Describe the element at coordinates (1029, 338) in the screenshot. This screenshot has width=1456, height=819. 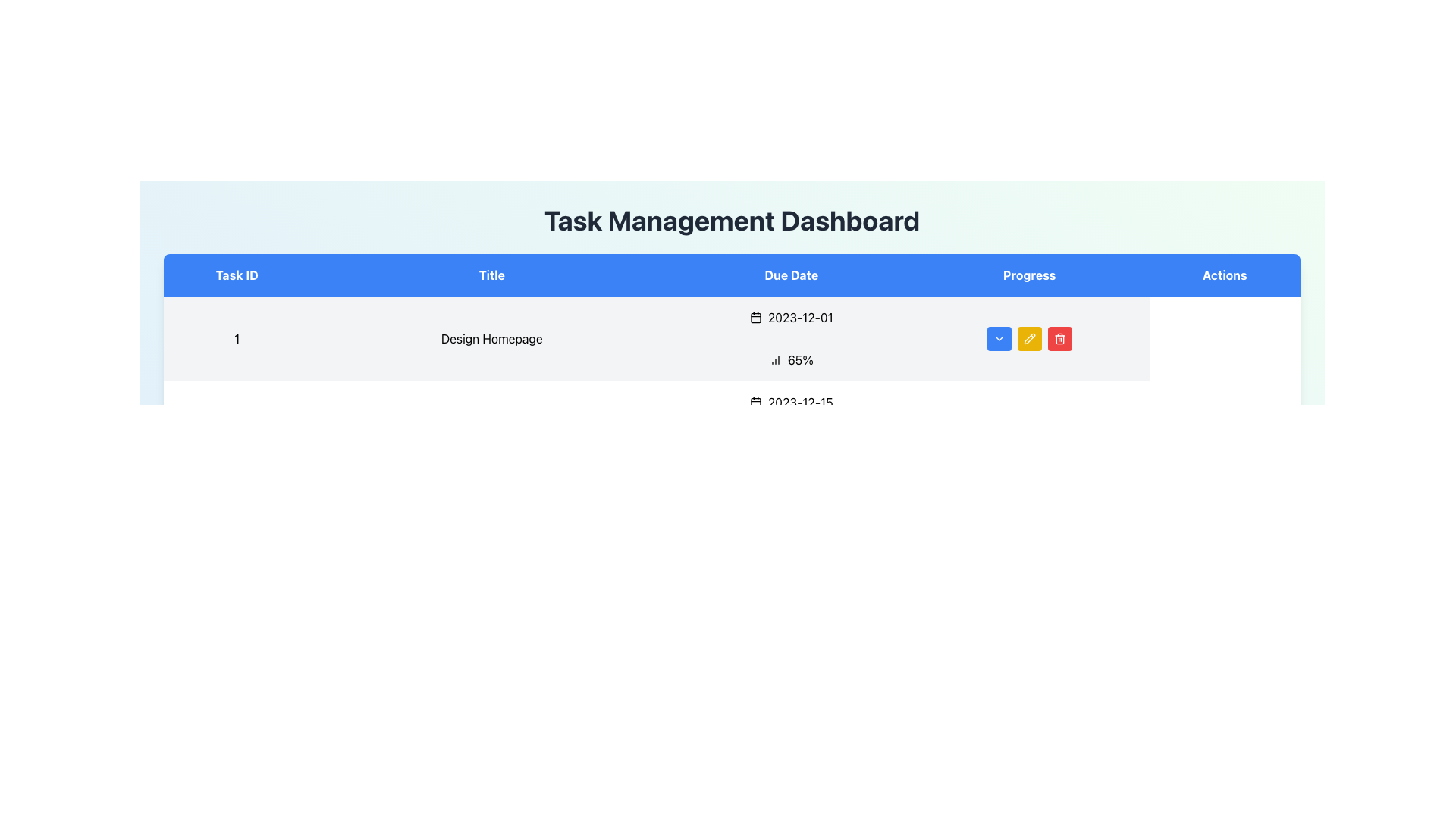
I see `the yellow pencil icon button in the 'Actions' column of the 'Task Management Dashboard'` at that location.